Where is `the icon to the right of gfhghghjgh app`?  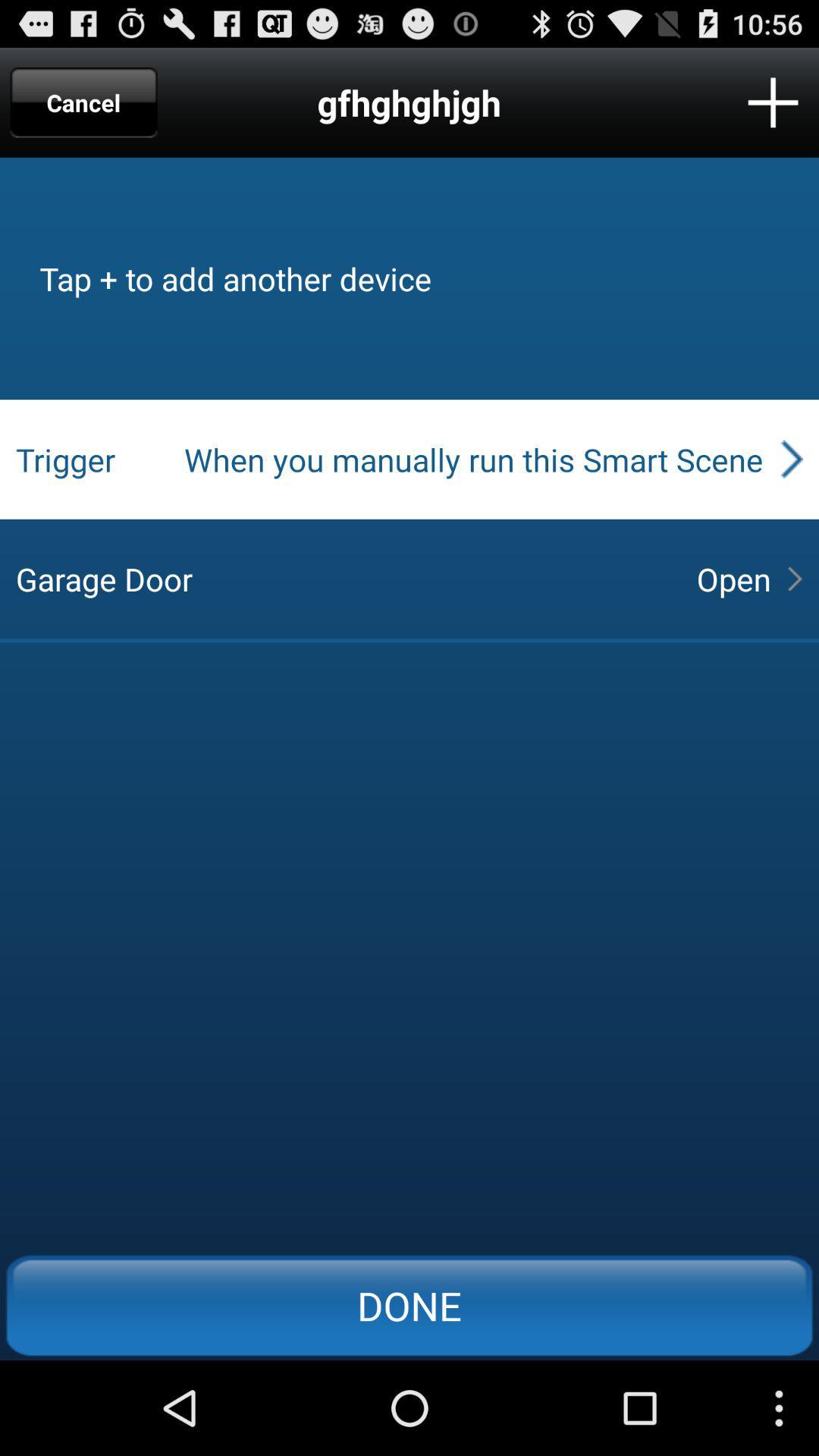 the icon to the right of gfhghghjgh app is located at coordinates (773, 102).